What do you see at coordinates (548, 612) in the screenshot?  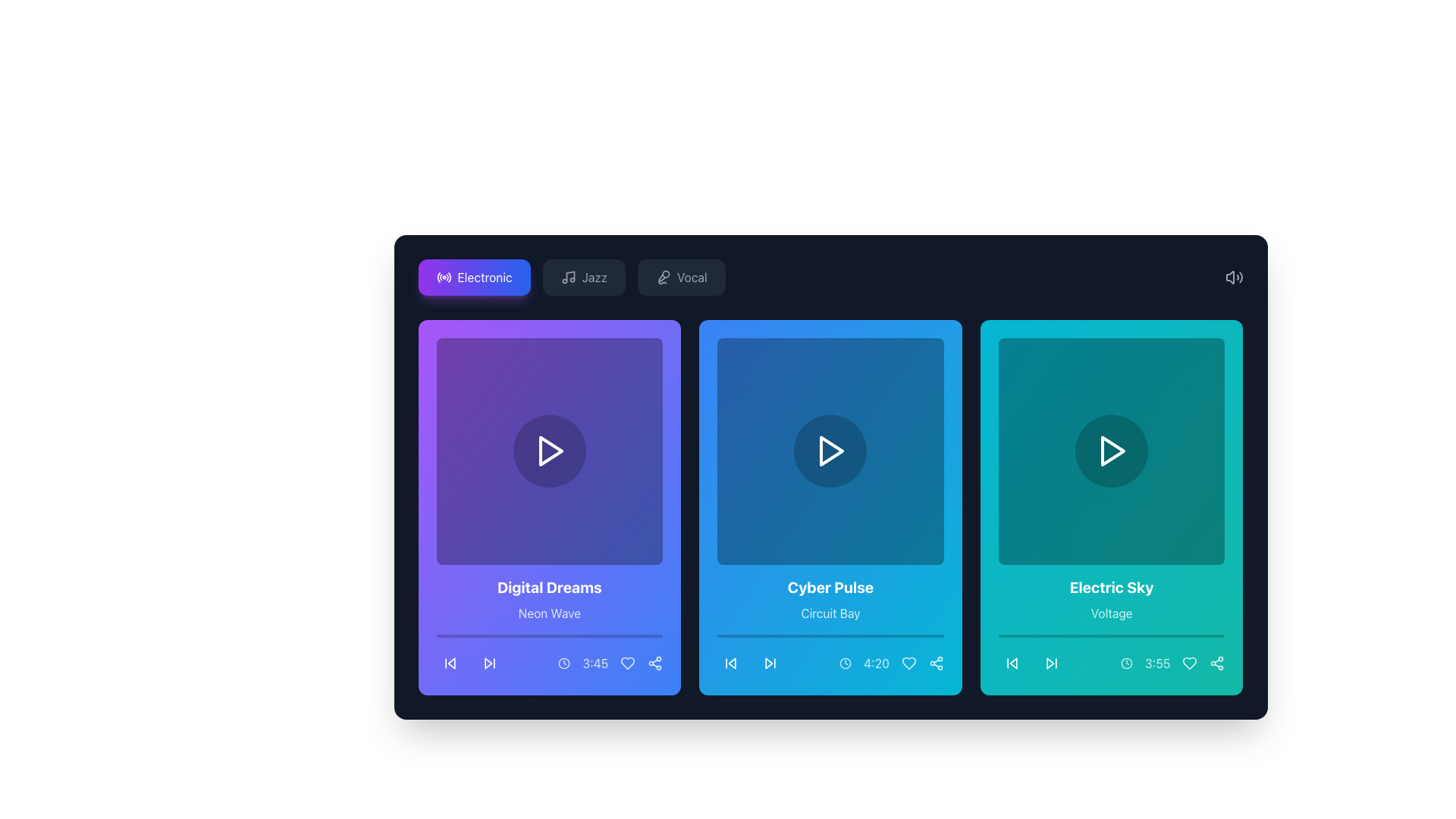 I see `the static label providing context to 'Digital Dreams', located below the 'Digital Dreams' title and above a horizontal divider line in the first card of the horizontally aligned cards` at bounding box center [548, 612].